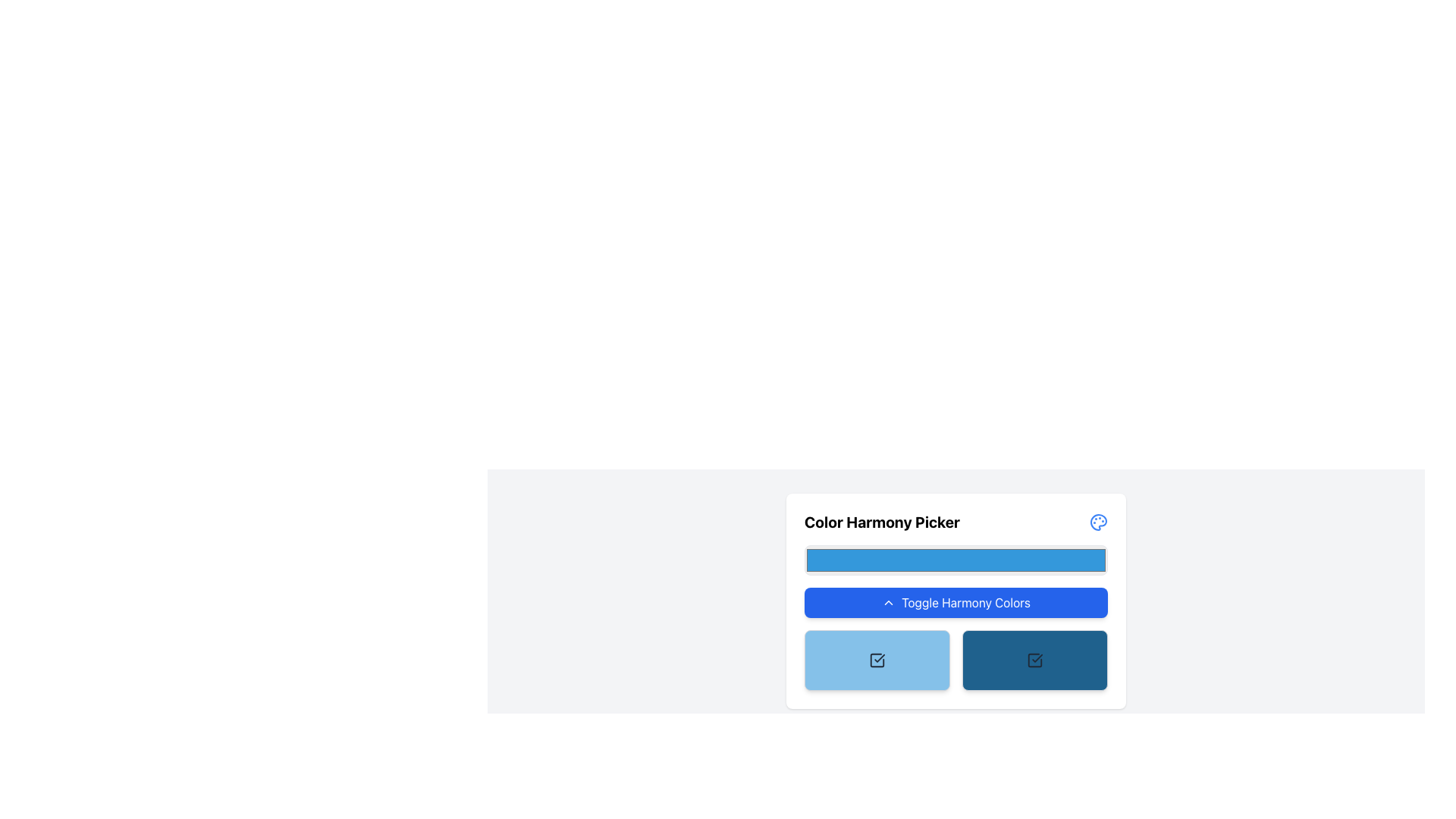 The height and width of the screenshot is (819, 1456). I want to click on the checkbox visual indicator located within the dark blue card, which is the right-hand card in the row of the 'Color Harmony Picker' interface, so click(1034, 660).